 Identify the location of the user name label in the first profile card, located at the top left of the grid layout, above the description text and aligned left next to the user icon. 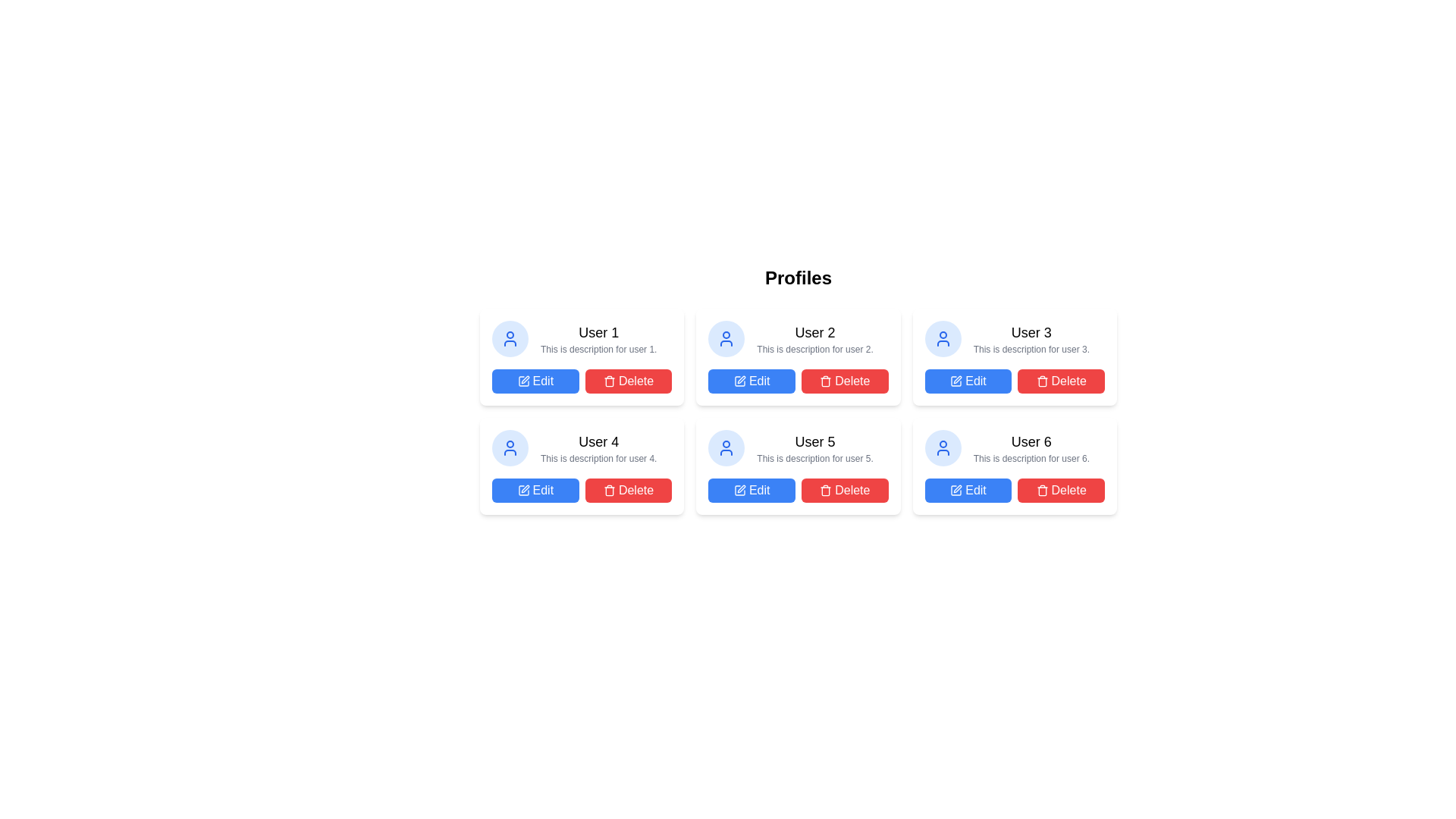
(598, 332).